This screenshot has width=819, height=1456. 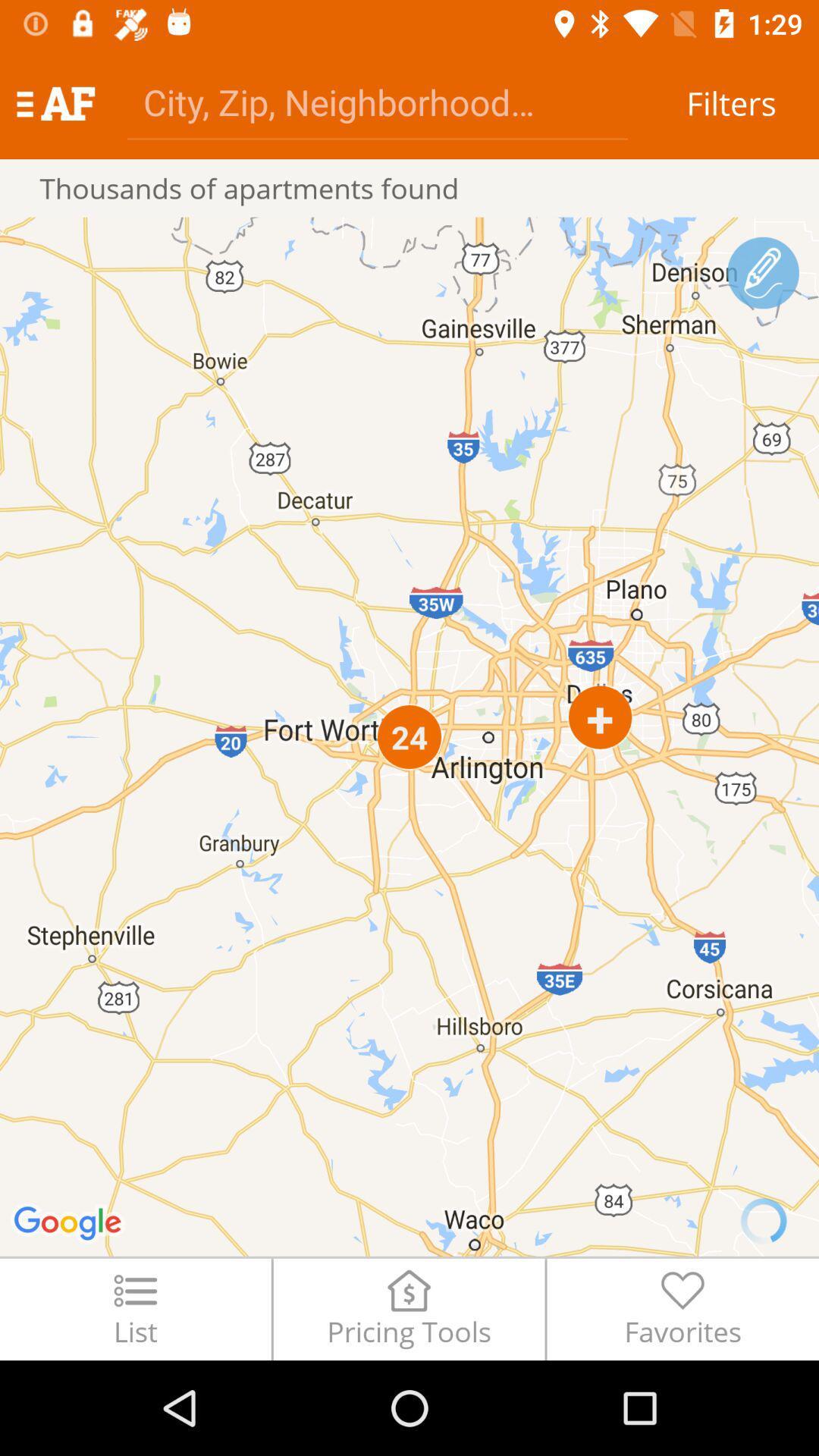 I want to click on the icon above thousands of apartments icon, so click(x=55, y=102).